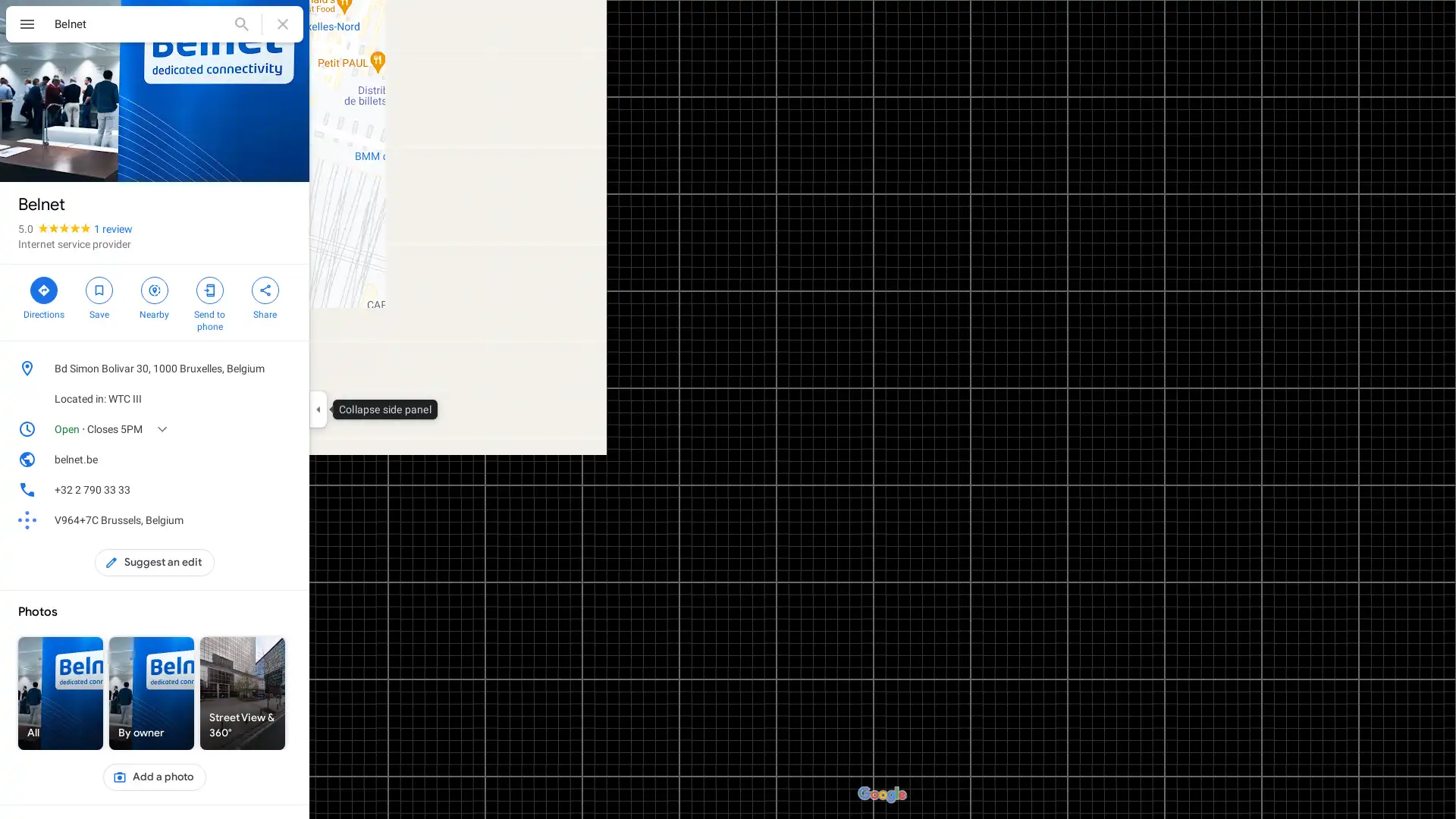 Image resolution: width=1456 pixels, height=819 pixels. Describe the element at coordinates (152, 693) in the screenshot. I see `By owner` at that location.